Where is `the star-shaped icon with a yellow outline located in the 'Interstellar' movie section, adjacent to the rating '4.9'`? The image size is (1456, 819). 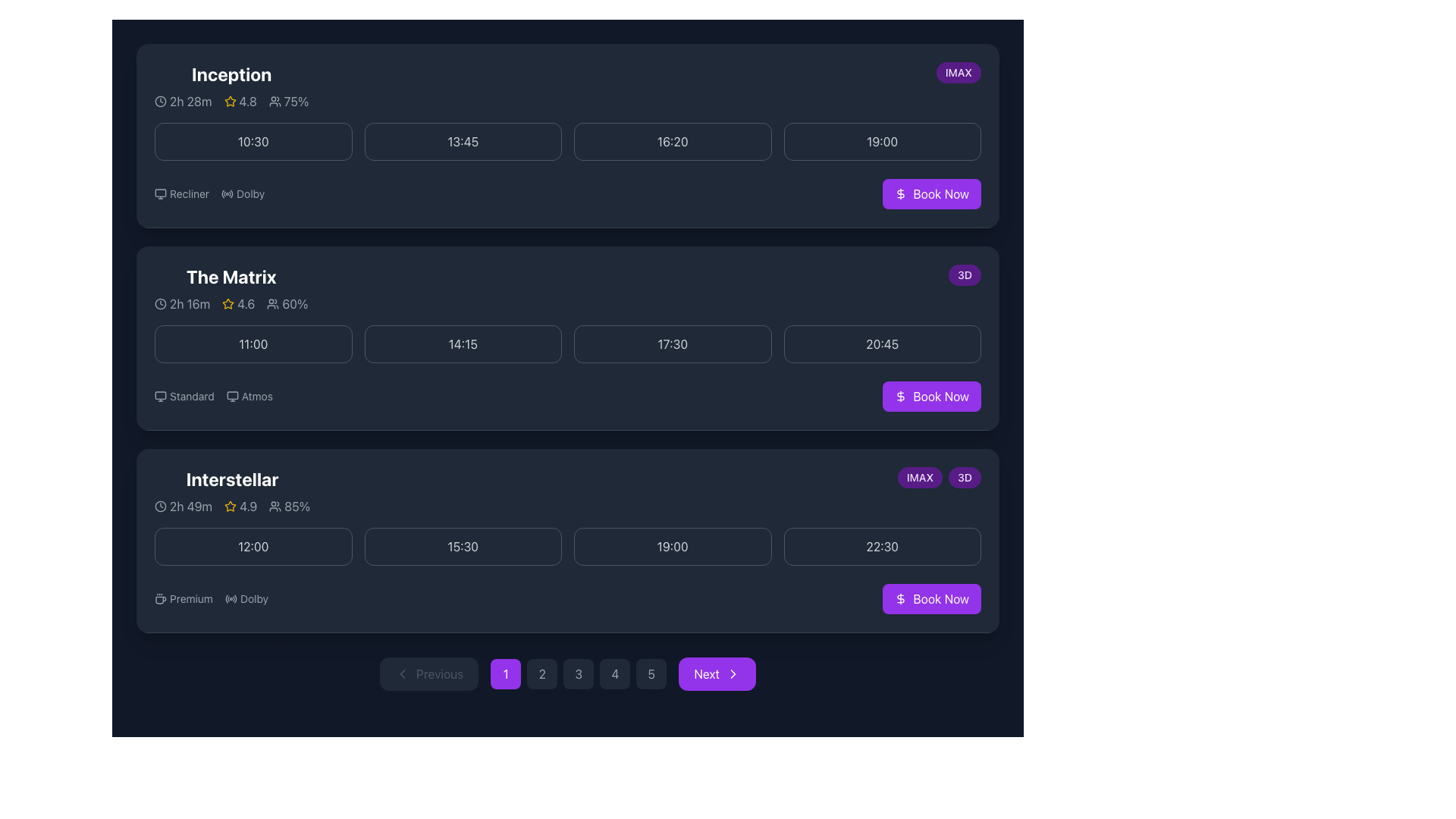 the star-shaped icon with a yellow outline located in the 'Interstellar' movie section, adjacent to the rating '4.9' is located at coordinates (229, 506).